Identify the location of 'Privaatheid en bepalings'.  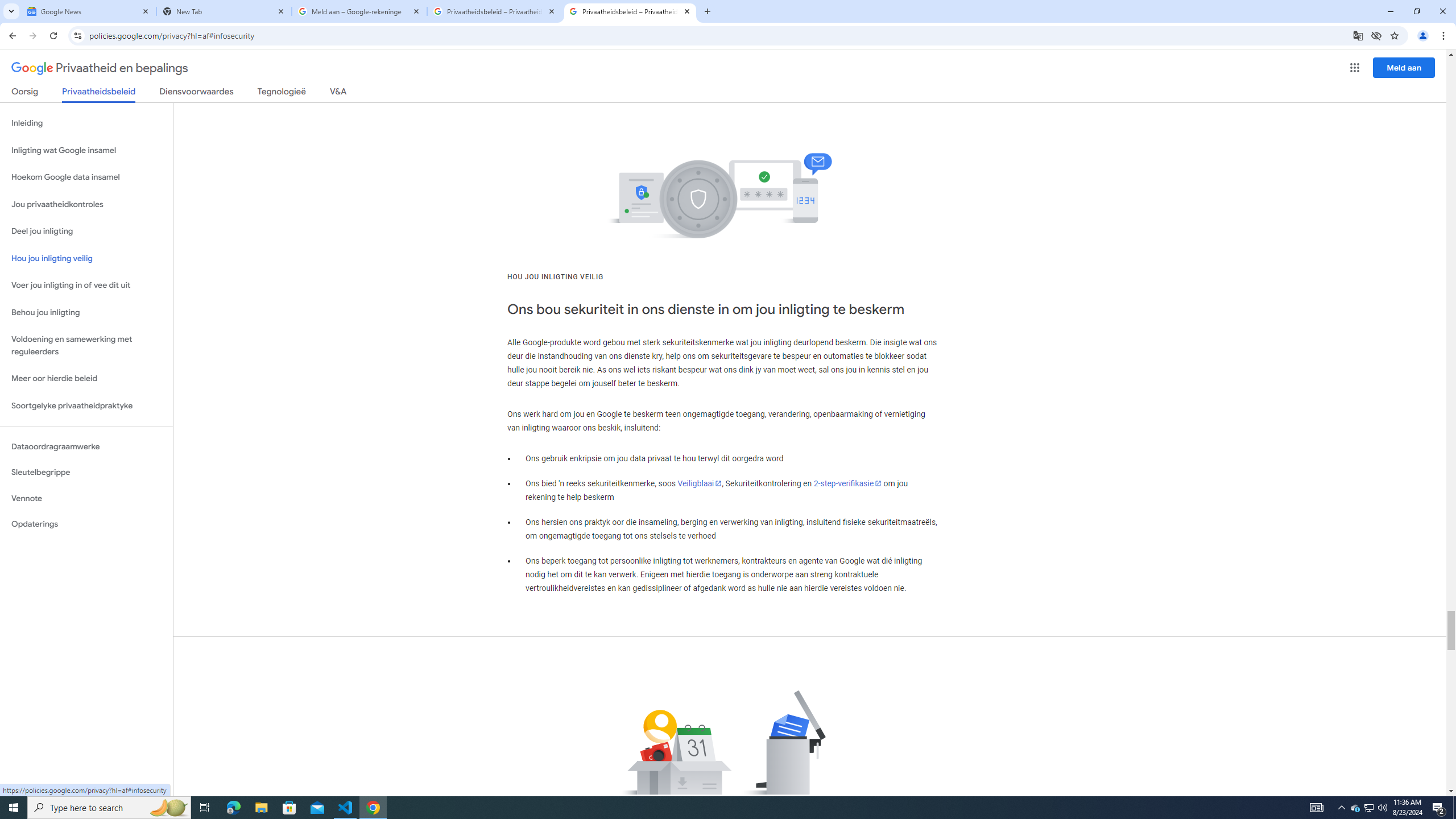
(100, 68).